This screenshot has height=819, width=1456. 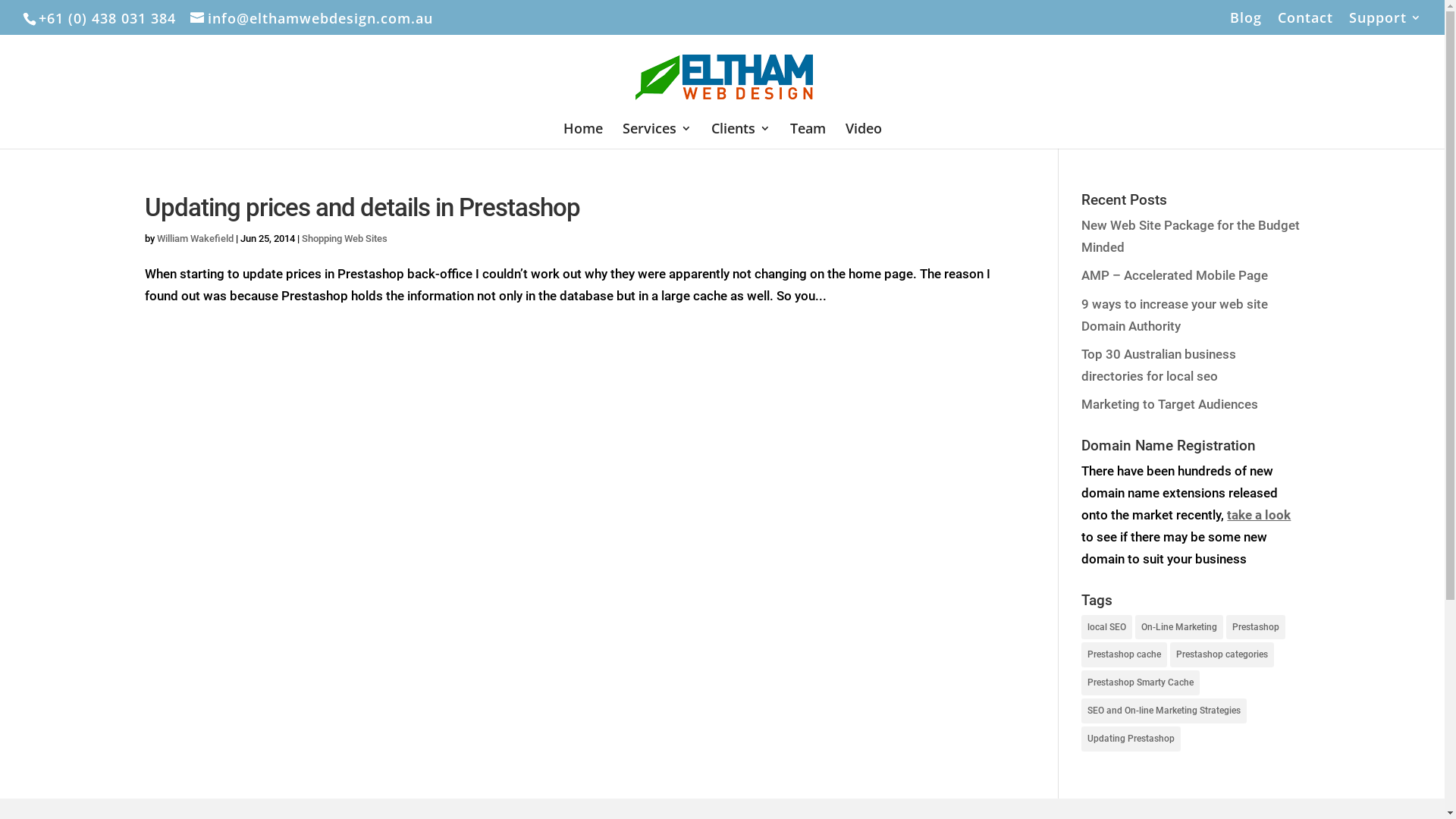 I want to click on 'On-Line Marketing', so click(x=1178, y=627).